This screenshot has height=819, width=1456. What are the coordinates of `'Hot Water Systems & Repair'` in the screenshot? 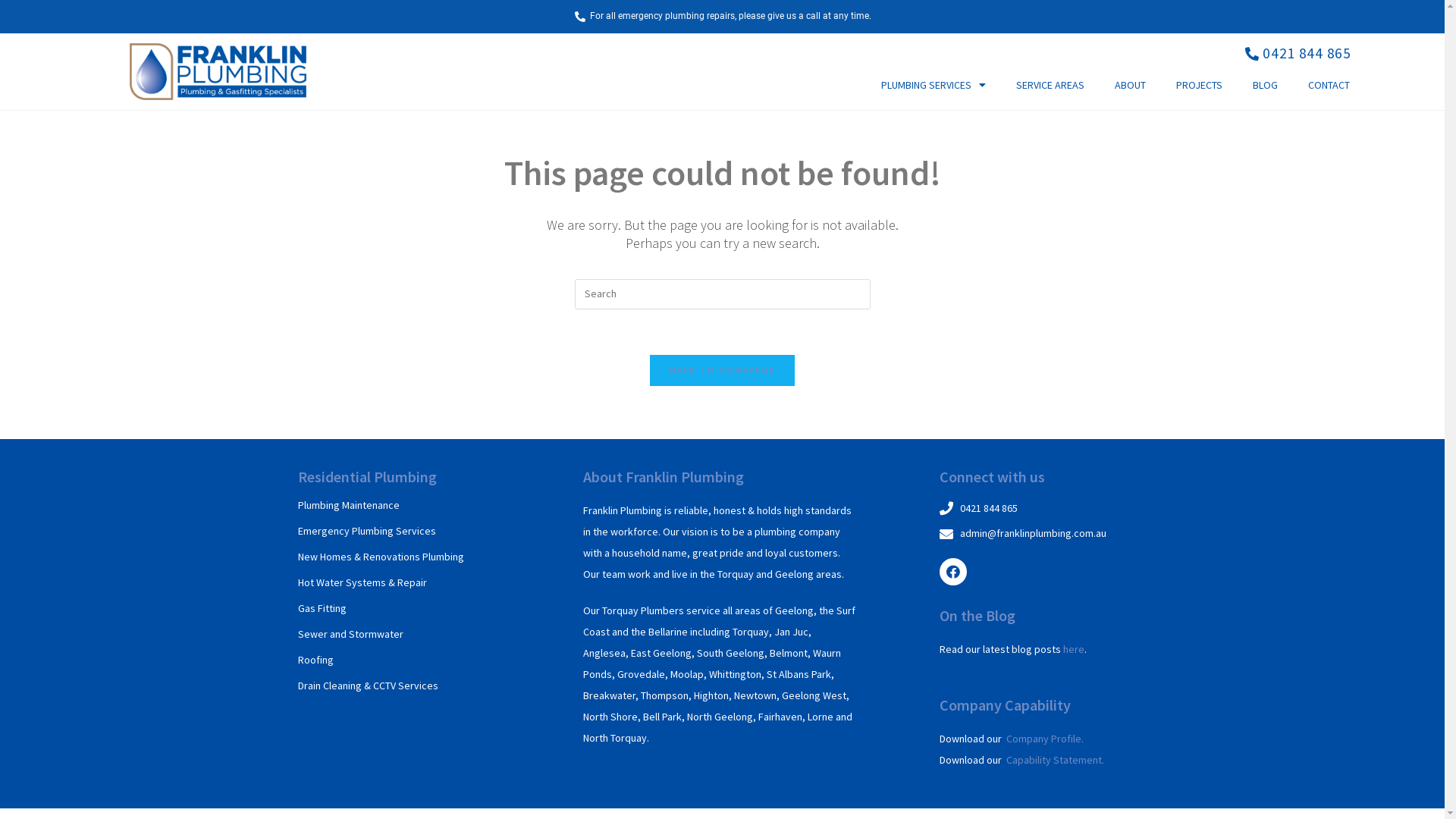 It's located at (360, 581).